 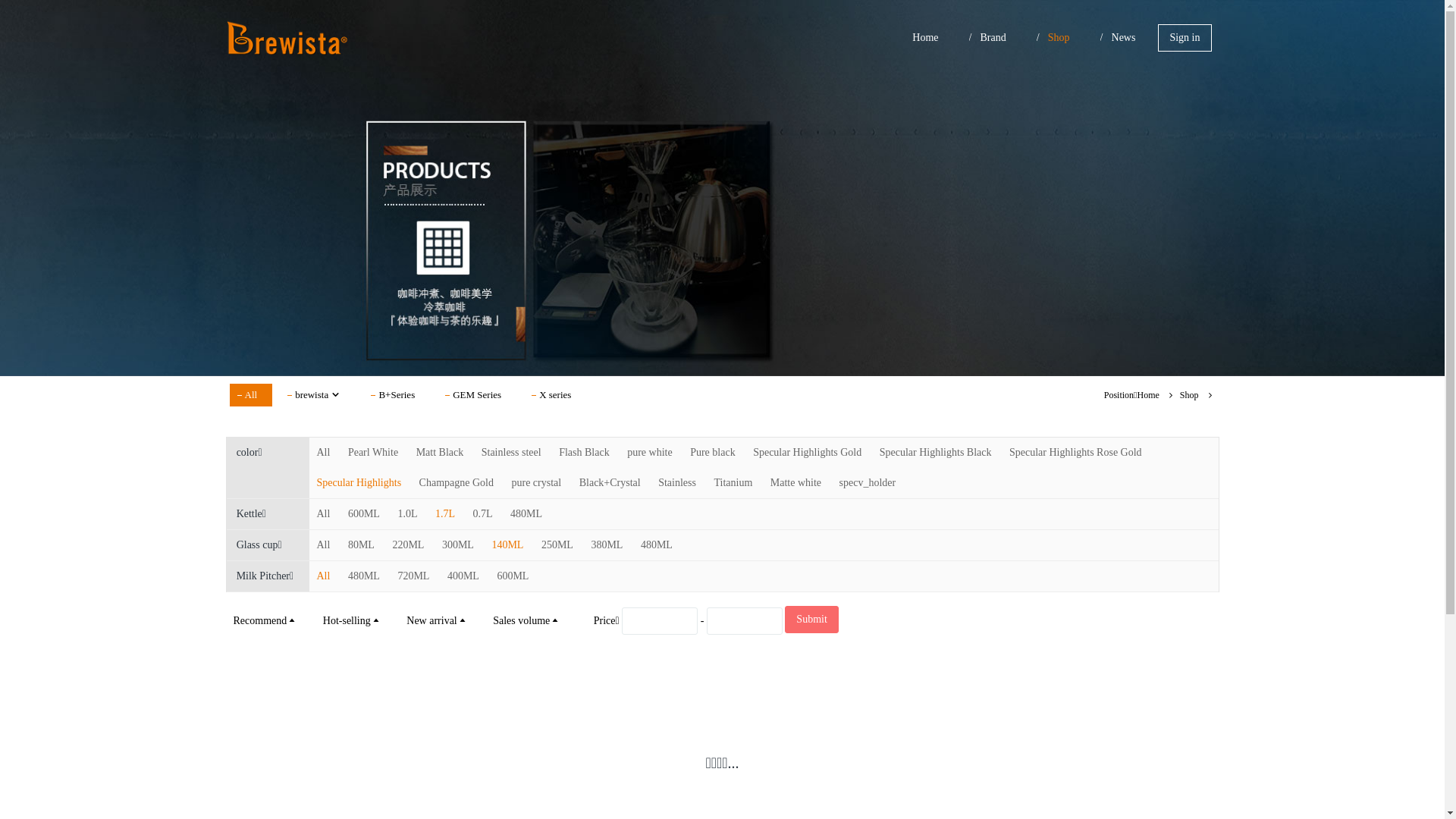 I want to click on 'Specular Highlights Rose Gold', so click(x=1075, y=451).